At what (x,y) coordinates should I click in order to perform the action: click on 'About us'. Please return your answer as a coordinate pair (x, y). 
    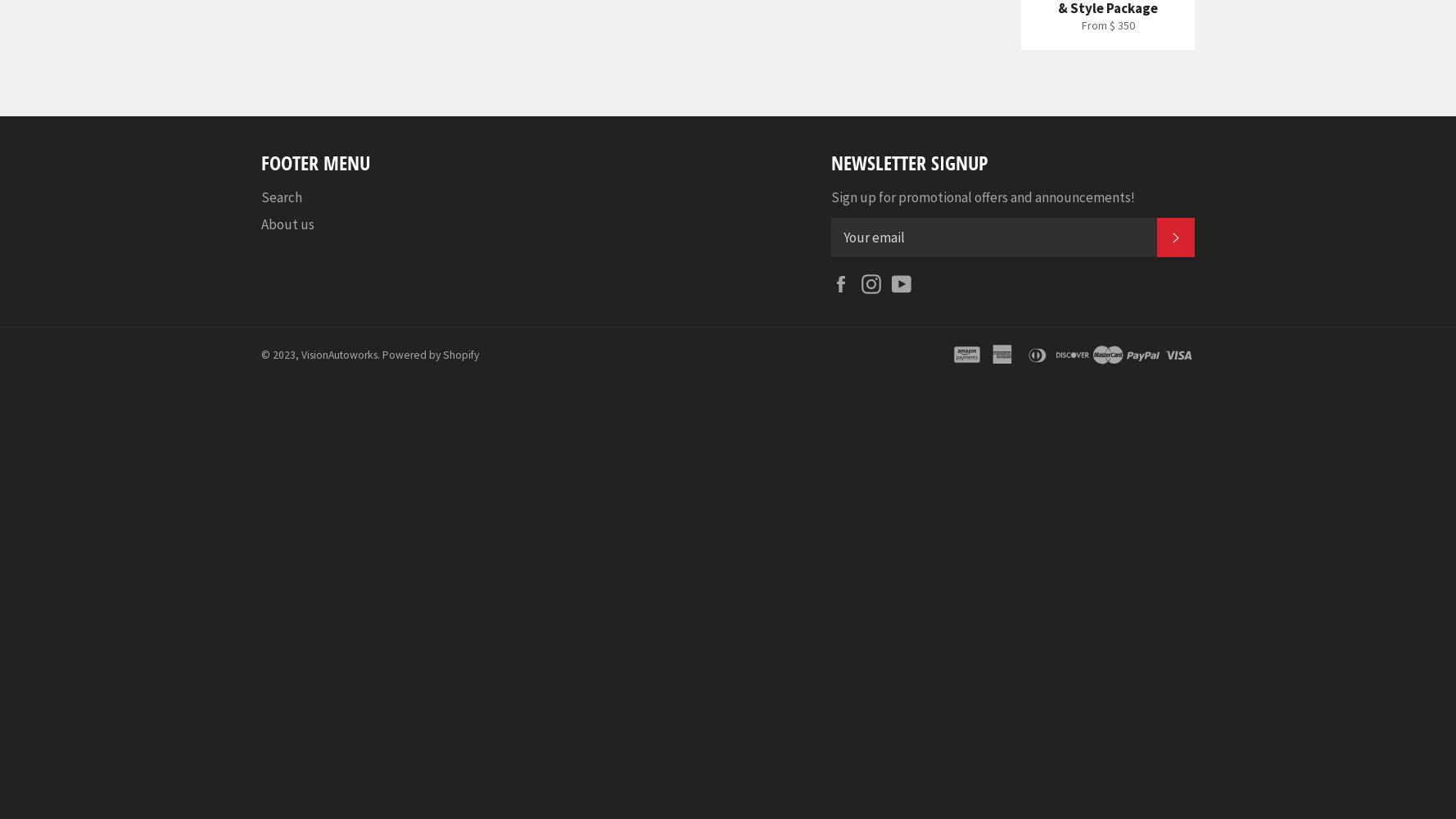
    Looking at the image, I should click on (287, 224).